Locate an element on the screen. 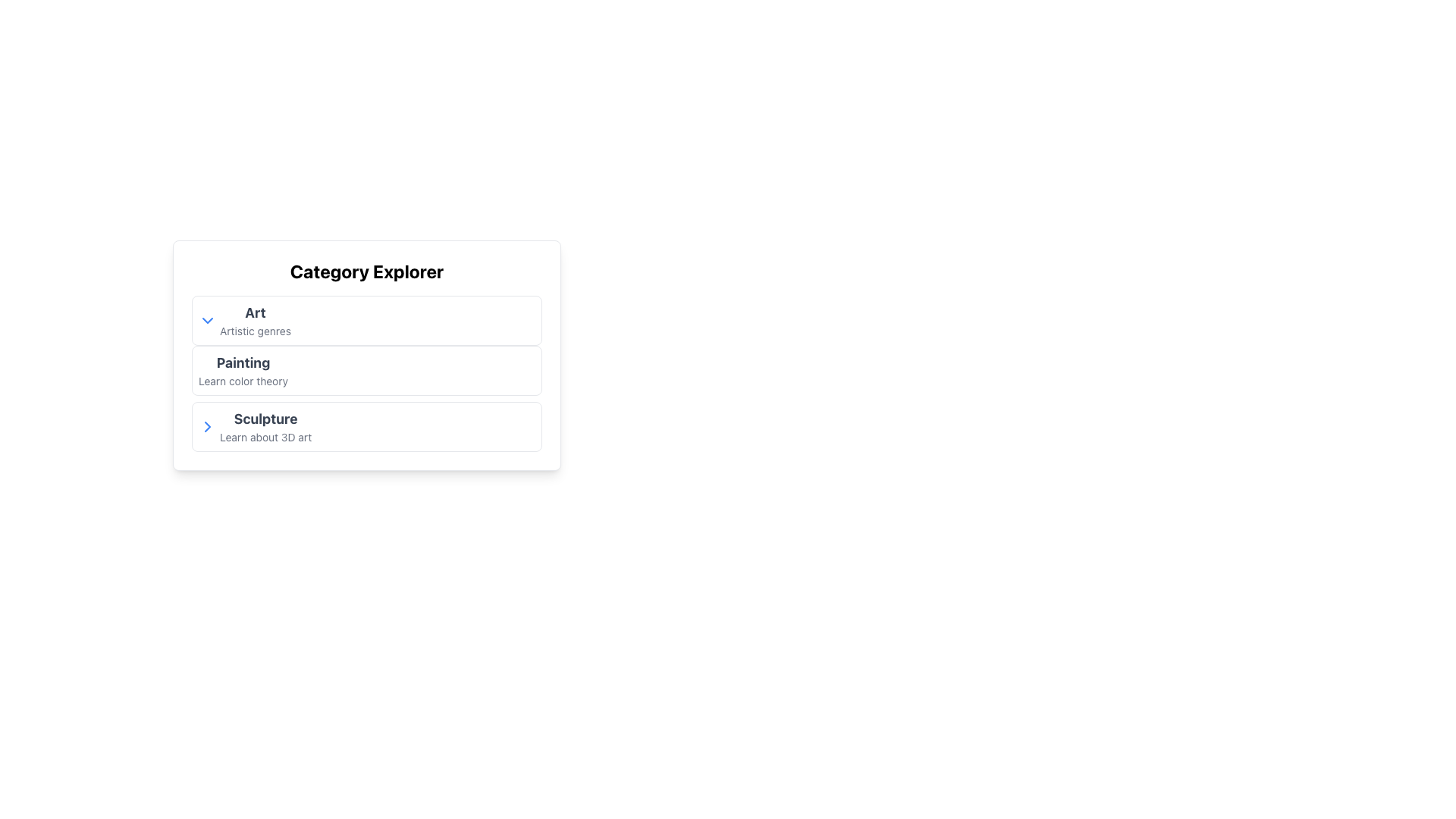 The image size is (1456, 819). the 'Painting' entry in the 'Category Explorer' section is located at coordinates (367, 356).